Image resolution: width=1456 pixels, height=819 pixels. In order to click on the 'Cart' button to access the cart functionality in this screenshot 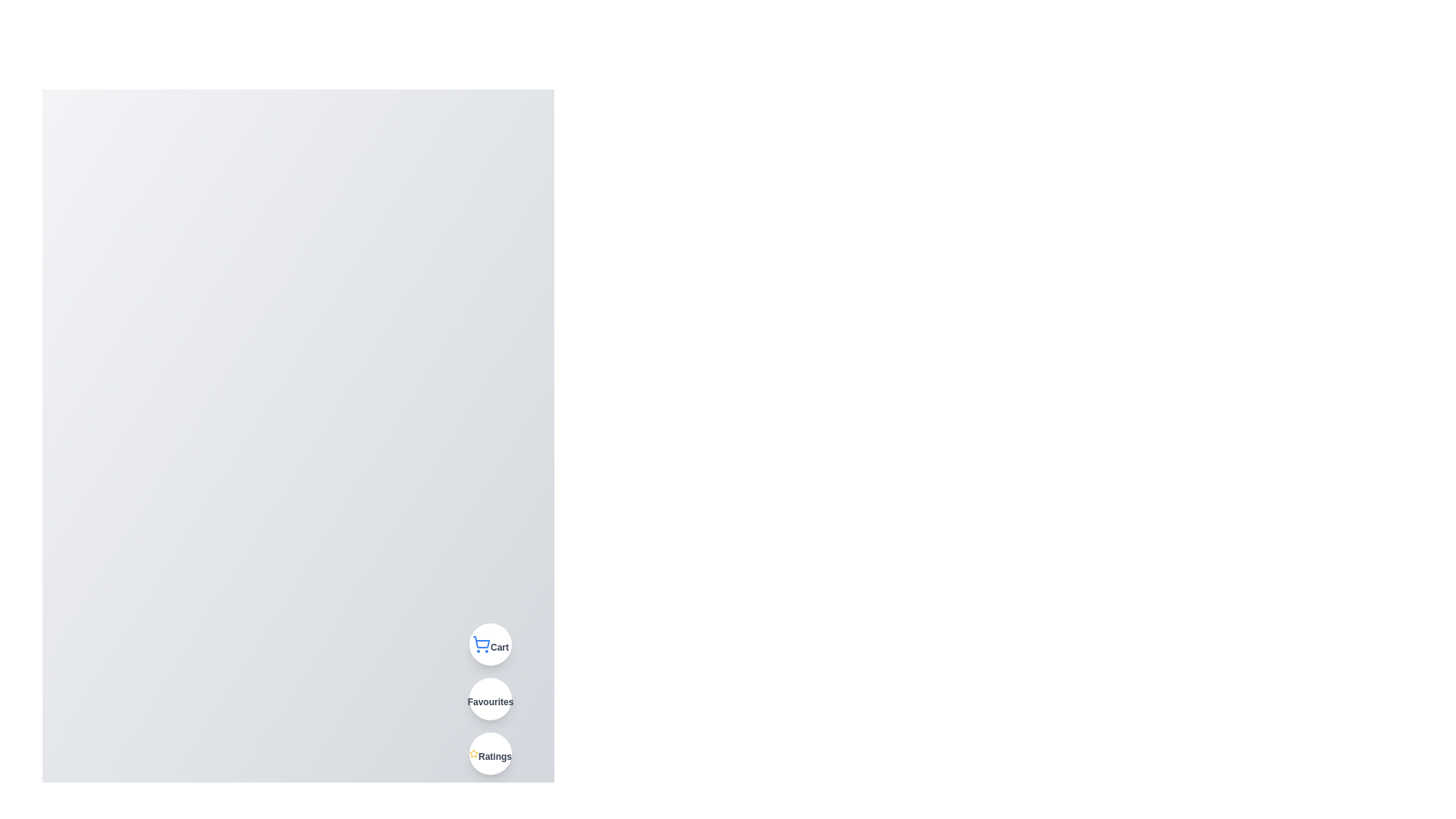, I will do `click(491, 644)`.